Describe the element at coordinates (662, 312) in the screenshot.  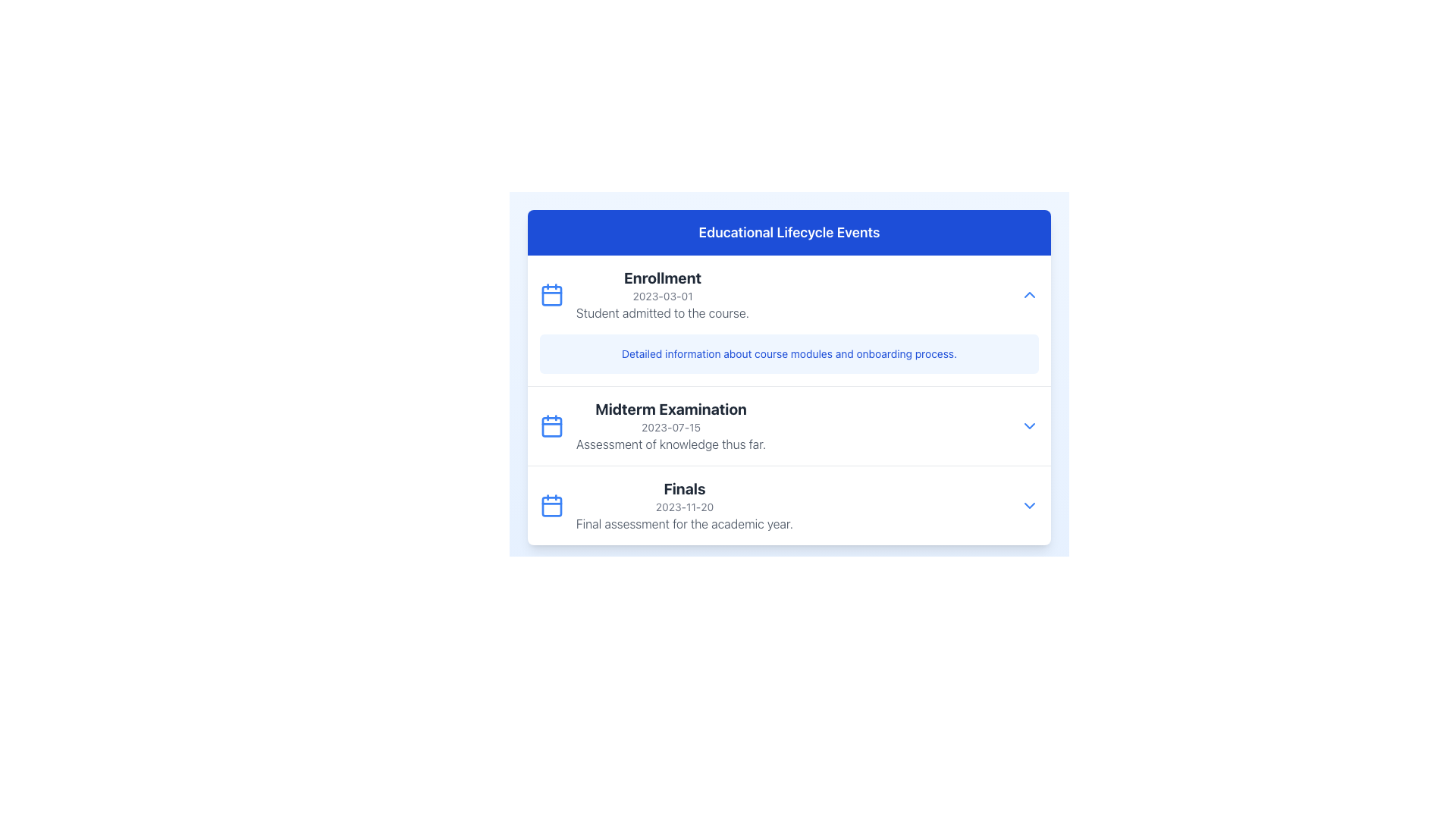
I see `the static text displaying 'Student admitted to the course.' located in the 'Educational Lifecycle Events' panel, which is part of the Enrollment entry beneath the date '2023-03-01'` at that location.